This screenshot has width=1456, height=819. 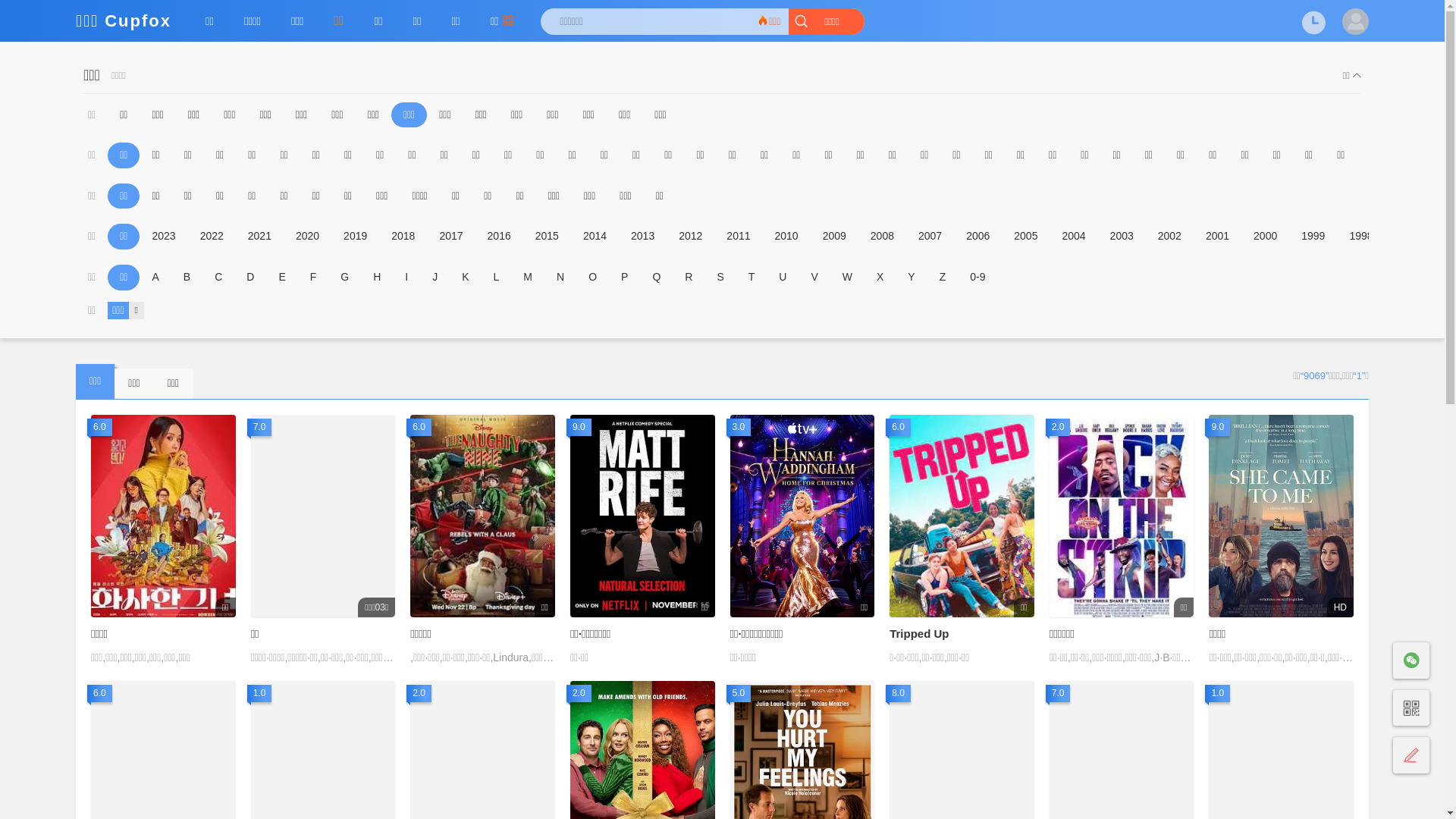 I want to click on 'N', so click(x=560, y=278).